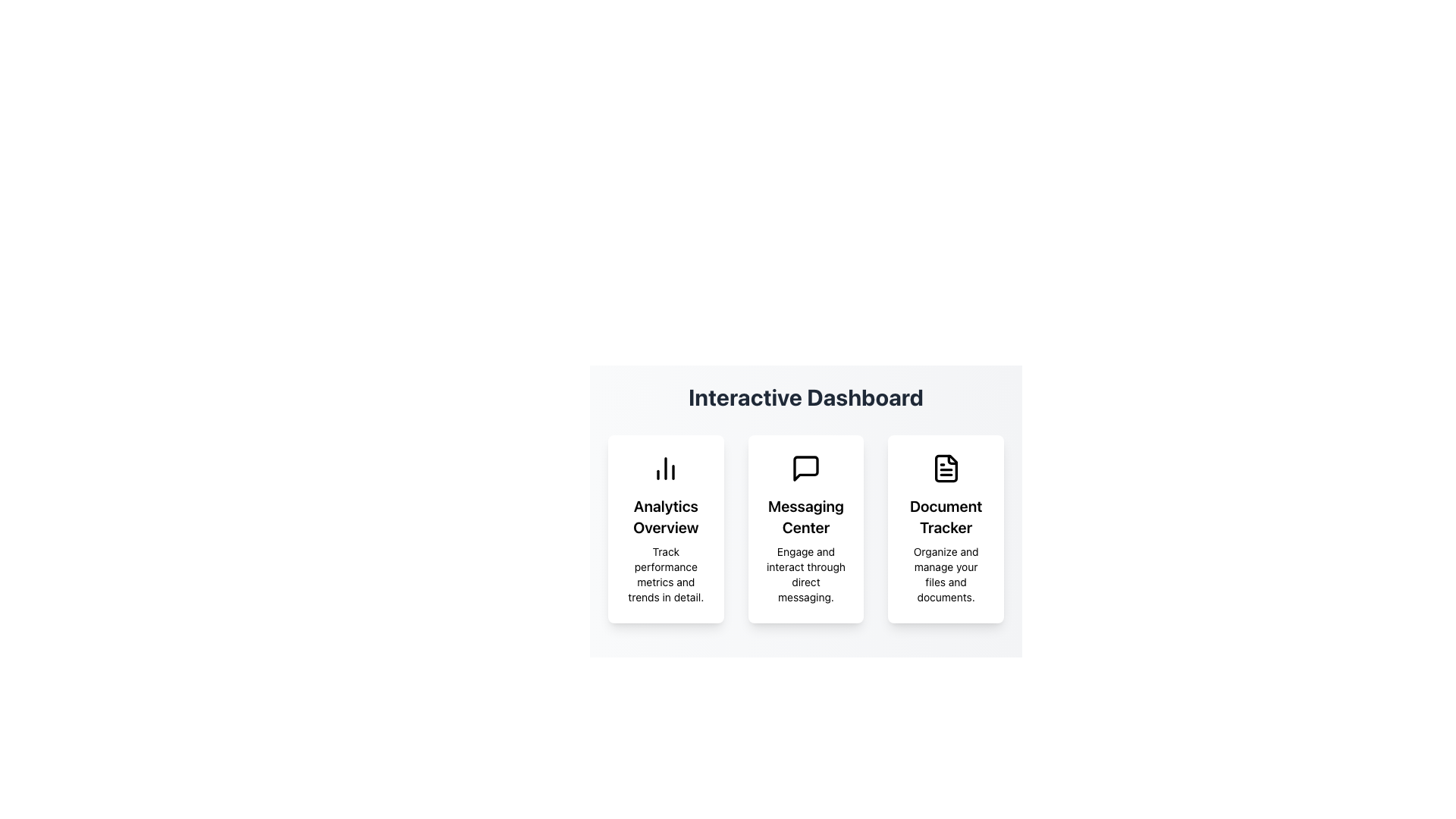 Image resolution: width=1456 pixels, height=819 pixels. I want to click on the rectangular document icon with three horizontal lines and a folded corner, located in the upper center of the Document Tracker card, so click(945, 467).